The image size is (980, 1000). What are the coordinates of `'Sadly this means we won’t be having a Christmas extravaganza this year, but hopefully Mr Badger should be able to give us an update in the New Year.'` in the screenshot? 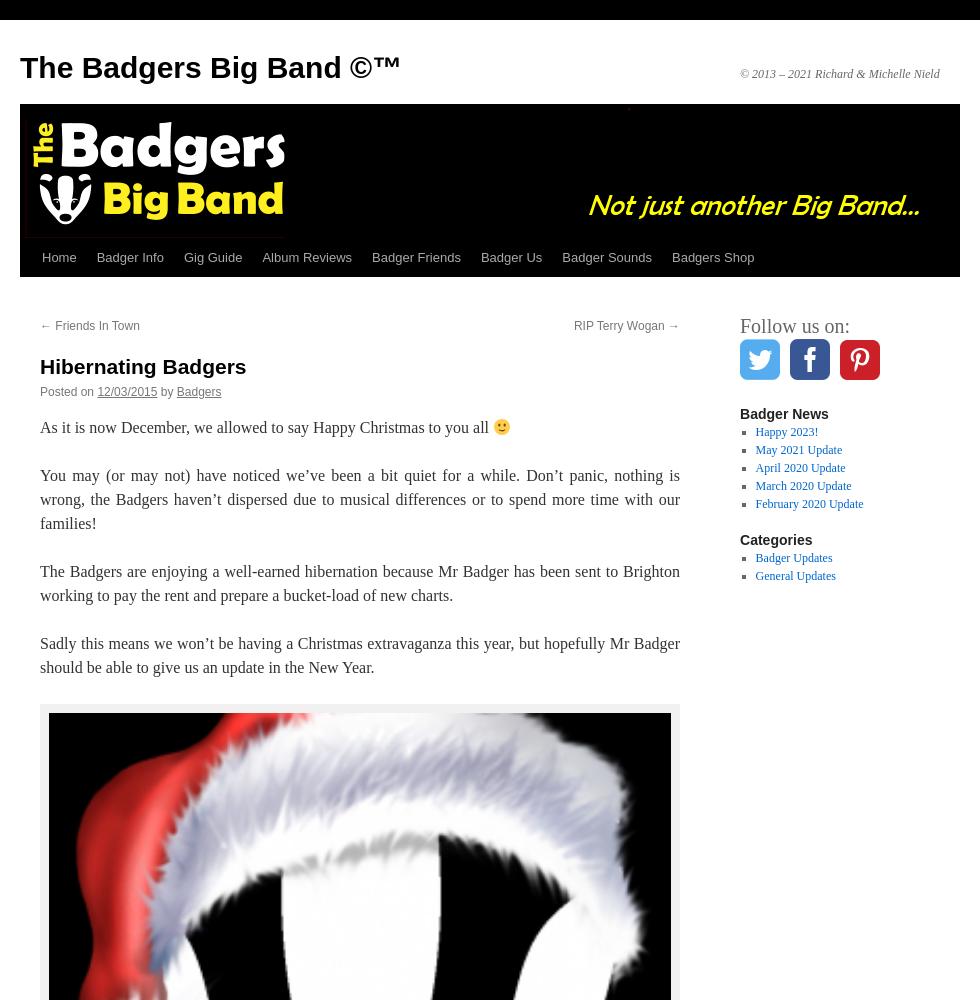 It's located at (359, 655).